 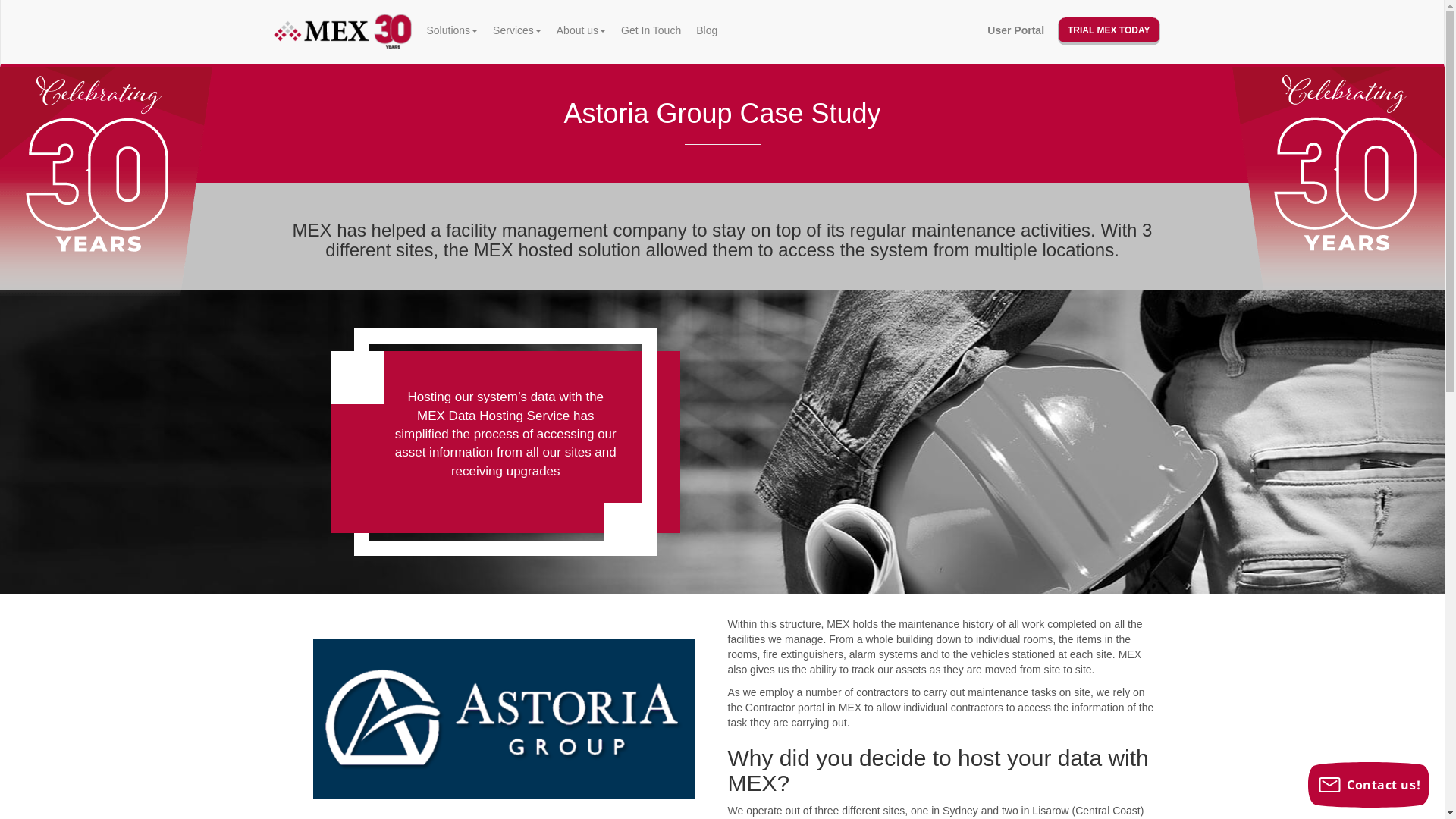 What do you see at coordinates (687, 30) in the screenshot?
I see `'Blog'` at bounding box center [687, 30].